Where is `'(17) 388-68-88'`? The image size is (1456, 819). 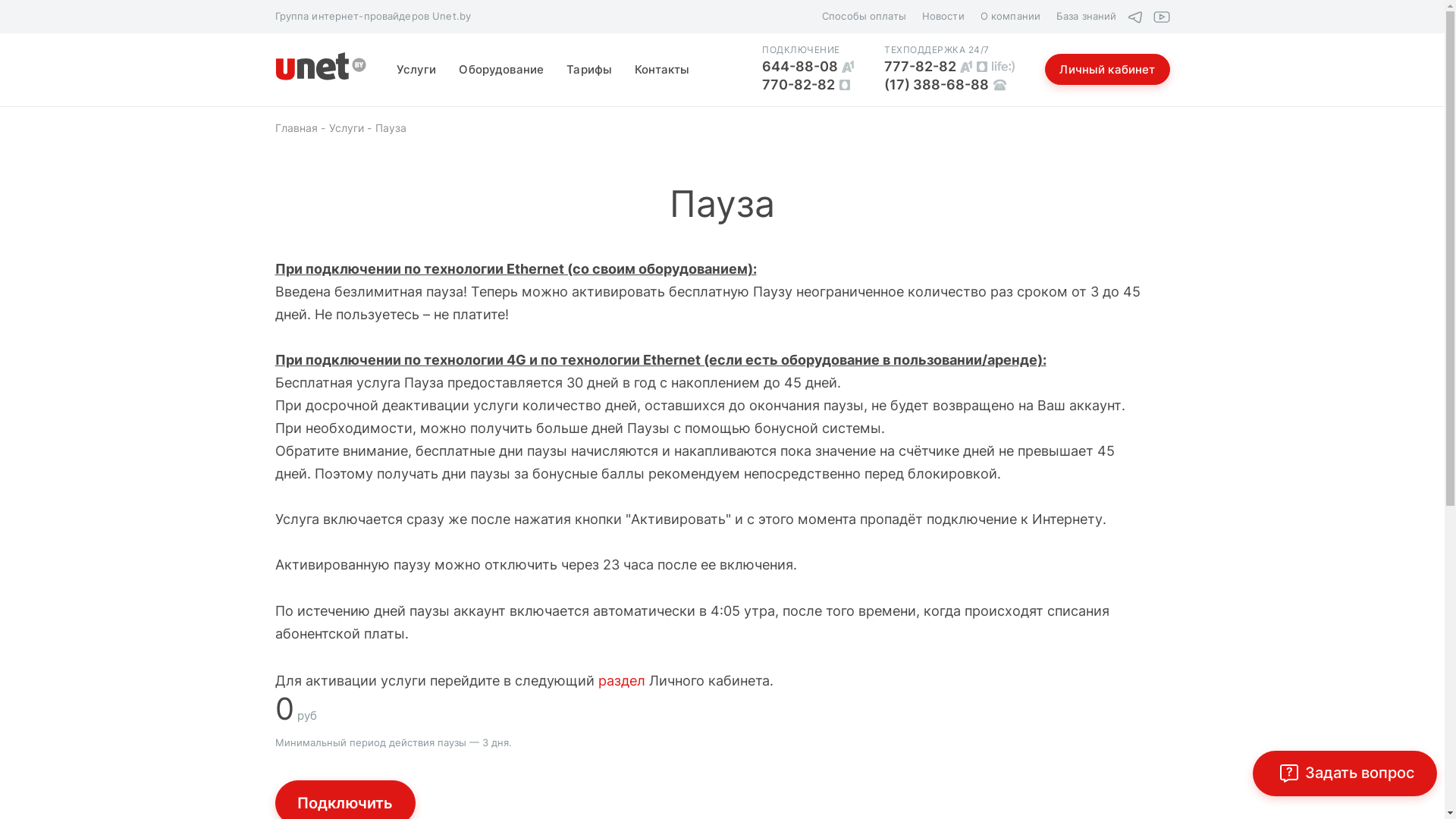
'(17) 388-68-88' is located at coordinates (949, 84).